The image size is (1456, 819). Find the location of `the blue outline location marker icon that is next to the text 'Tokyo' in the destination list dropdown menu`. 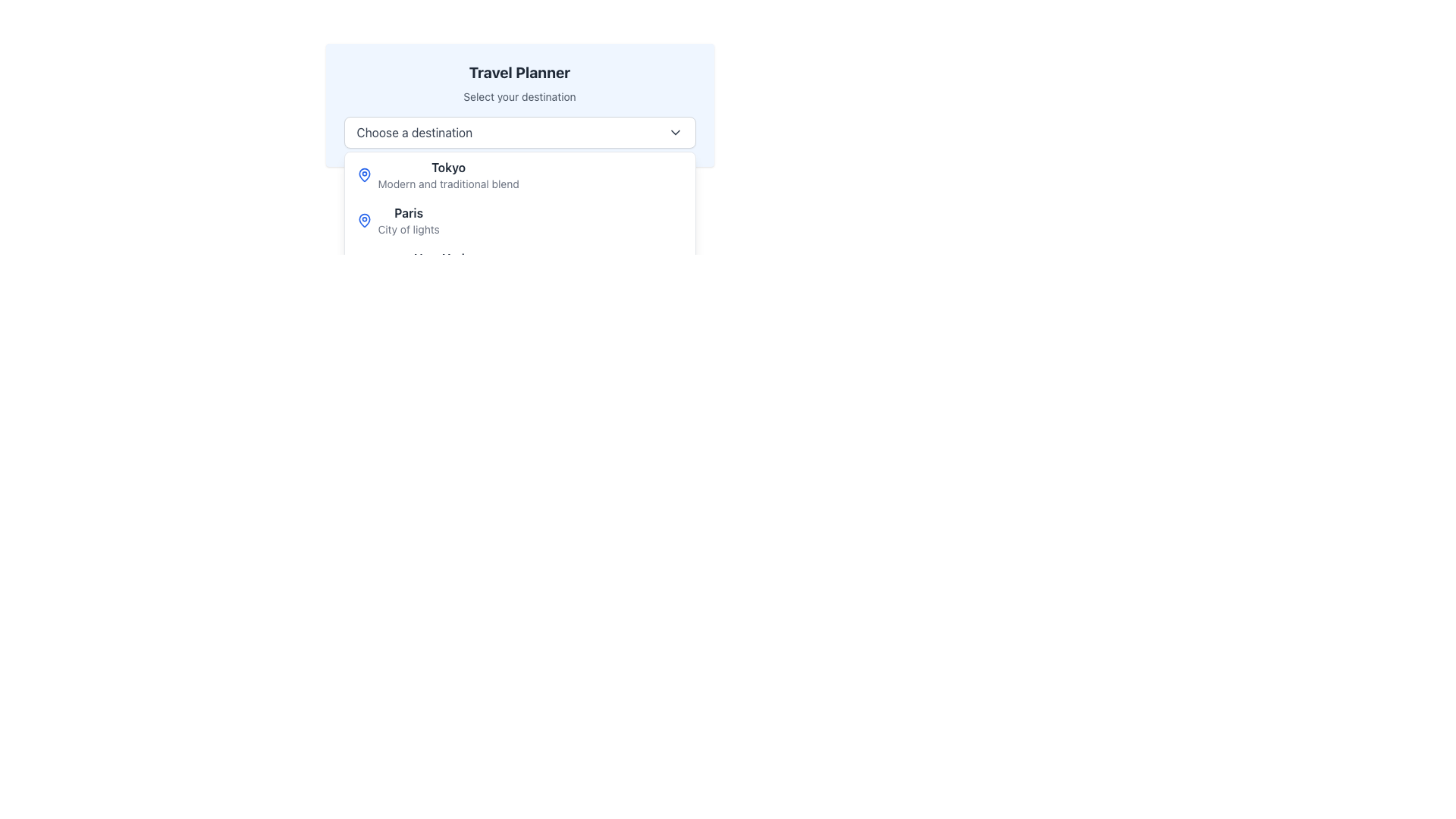

the blue outline location marker icon that is next to the text 'Tokyo' in the destination list dropdown menu is located at coordinates (364, 174).